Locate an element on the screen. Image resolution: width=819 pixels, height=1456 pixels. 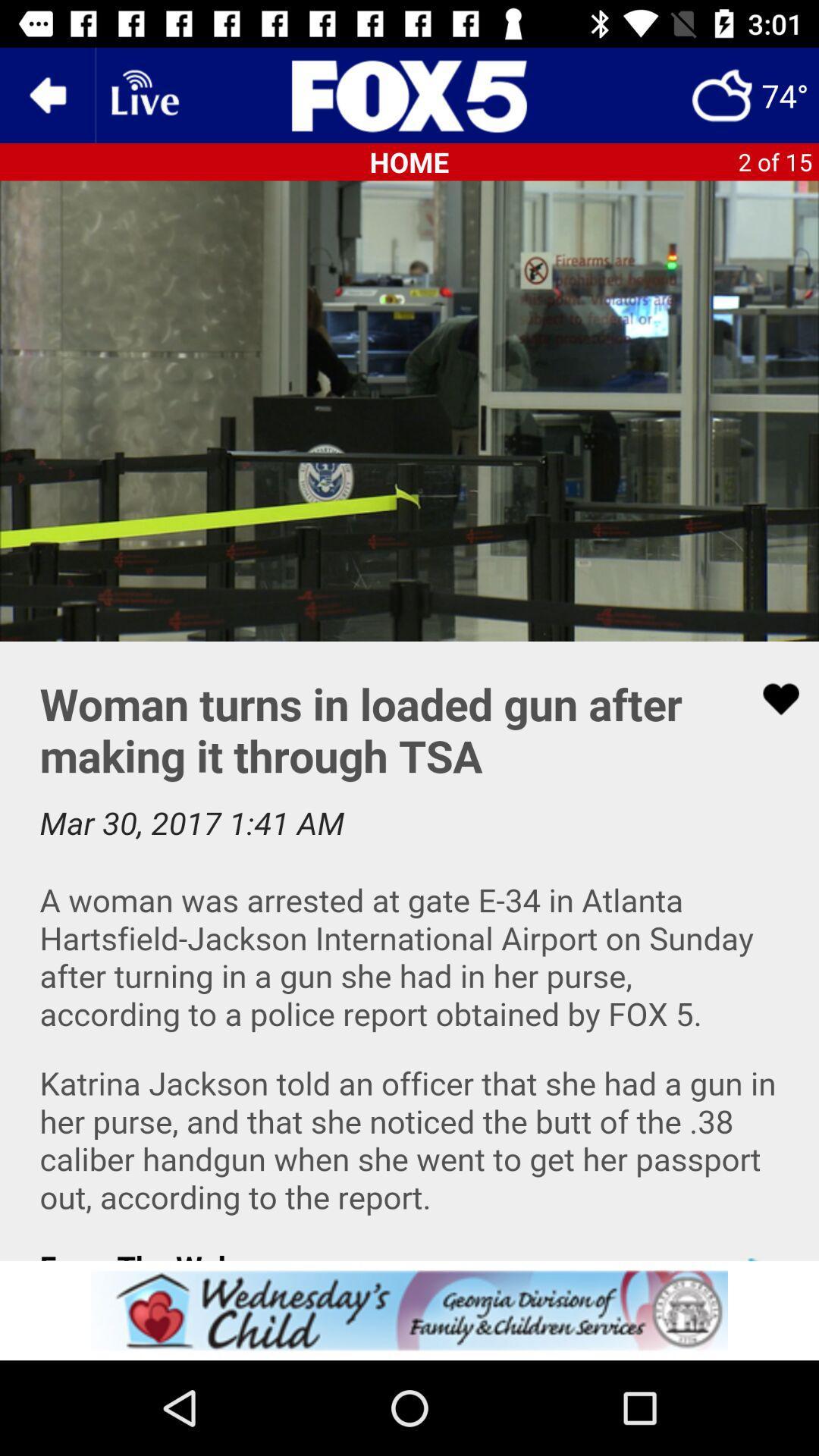
live broadcast is located at coordinates (143, 94).